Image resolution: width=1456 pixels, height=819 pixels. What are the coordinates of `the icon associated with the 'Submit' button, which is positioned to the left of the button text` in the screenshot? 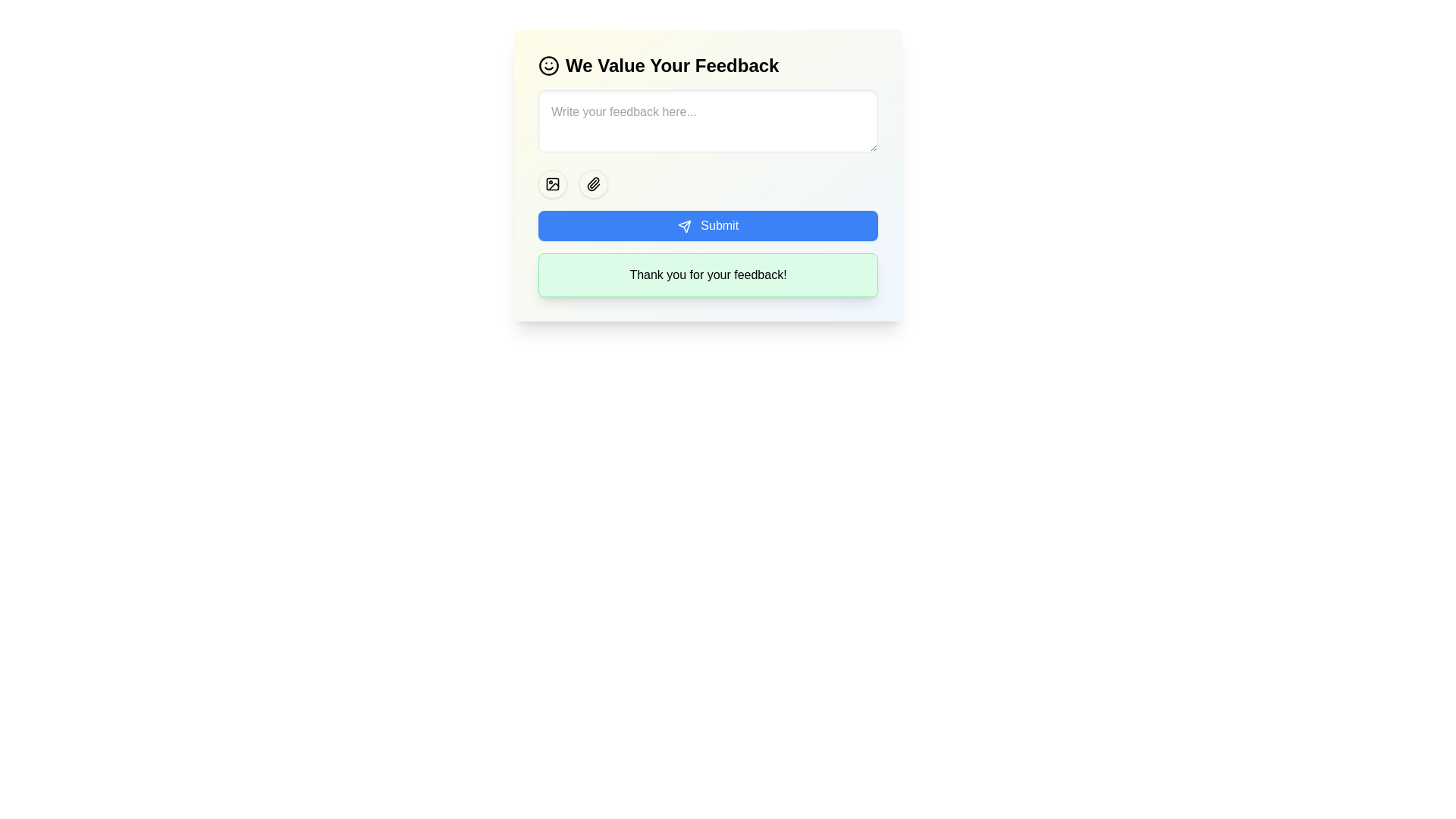 It's located at (683, 226).